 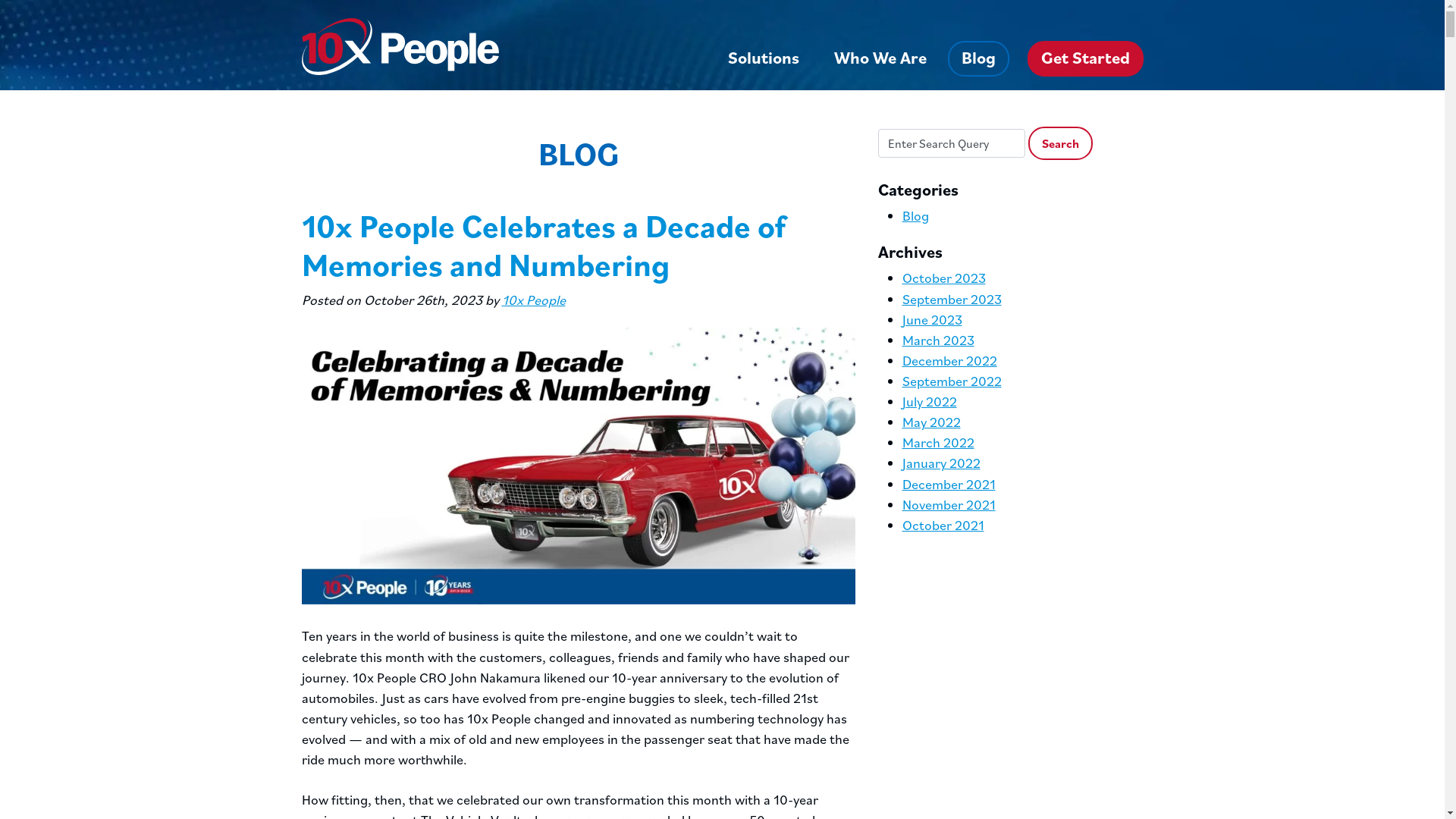 I want to click on '10x People Celebrates a Decade of Memories and Numbering', so click(x=543, y=243).